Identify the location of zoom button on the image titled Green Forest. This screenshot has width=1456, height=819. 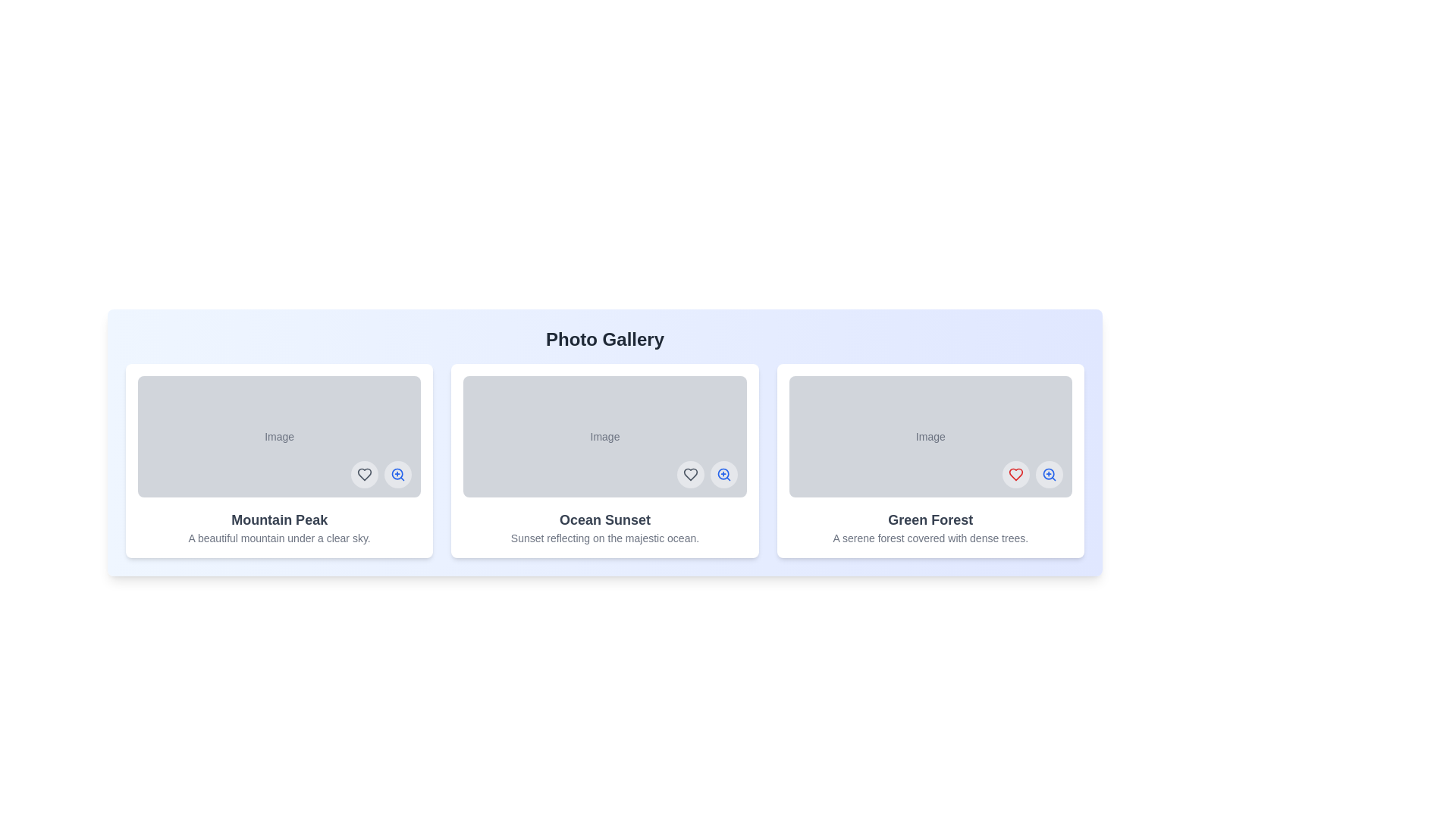
(1048, 473).